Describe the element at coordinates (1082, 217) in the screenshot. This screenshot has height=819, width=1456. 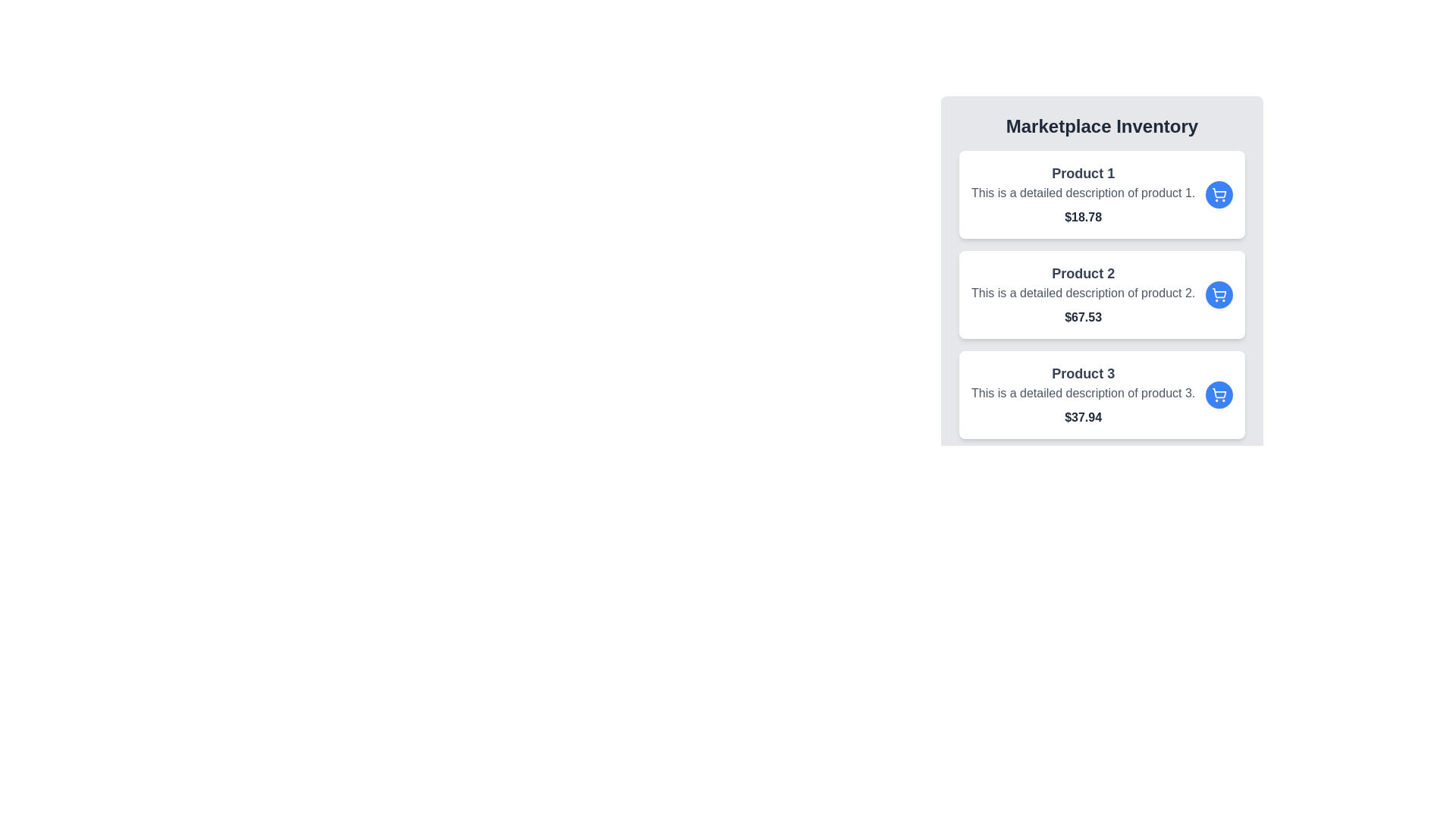
I see `price information displayed in bold gray text as '$18.78', located below the description of product 1 in the UI` at that location.